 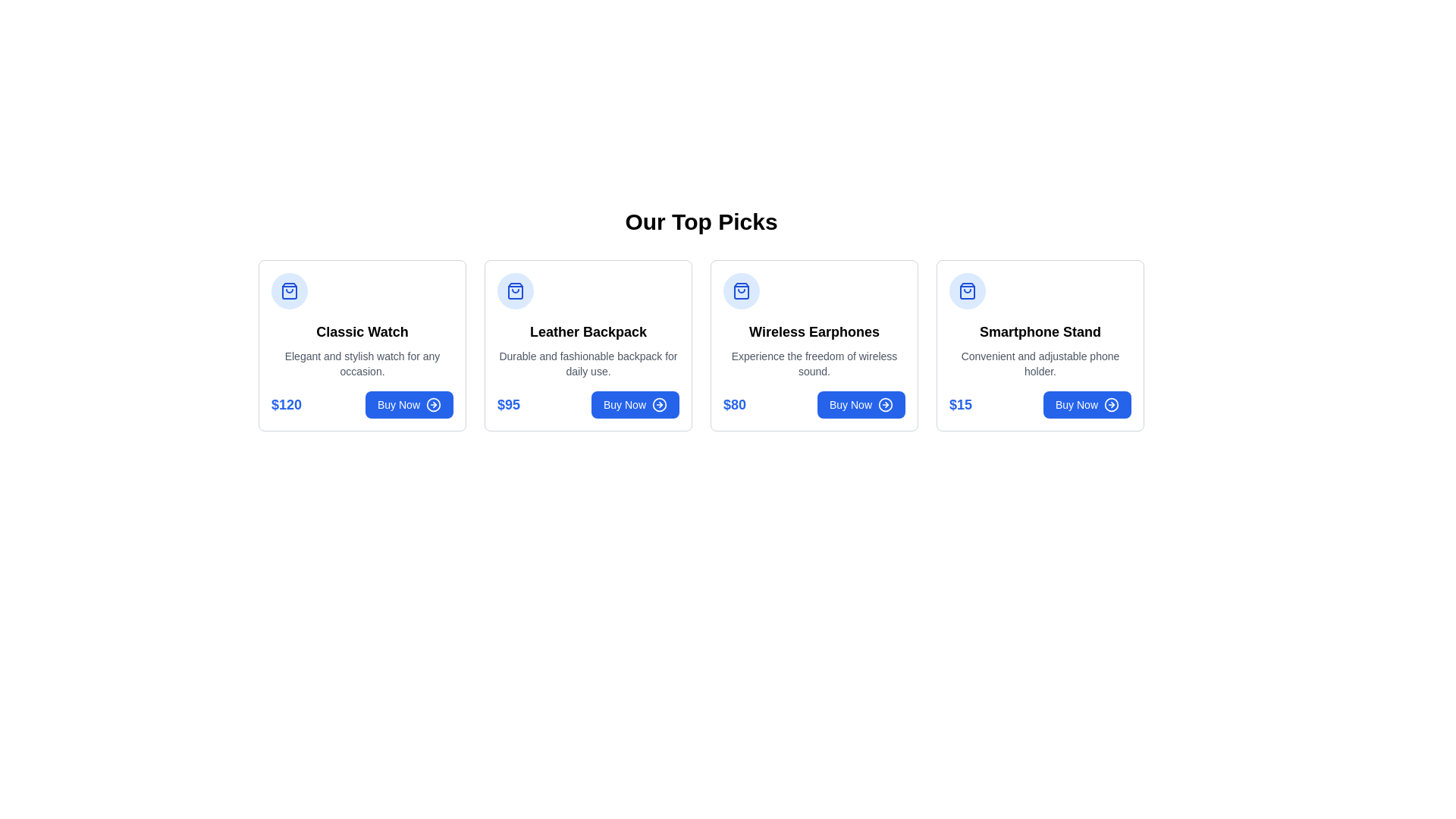 I want to click on the decorative icon located at the top section of the 'Smartphone Stand' card, centered horizontally above the title text, so click(x=967, y=291).